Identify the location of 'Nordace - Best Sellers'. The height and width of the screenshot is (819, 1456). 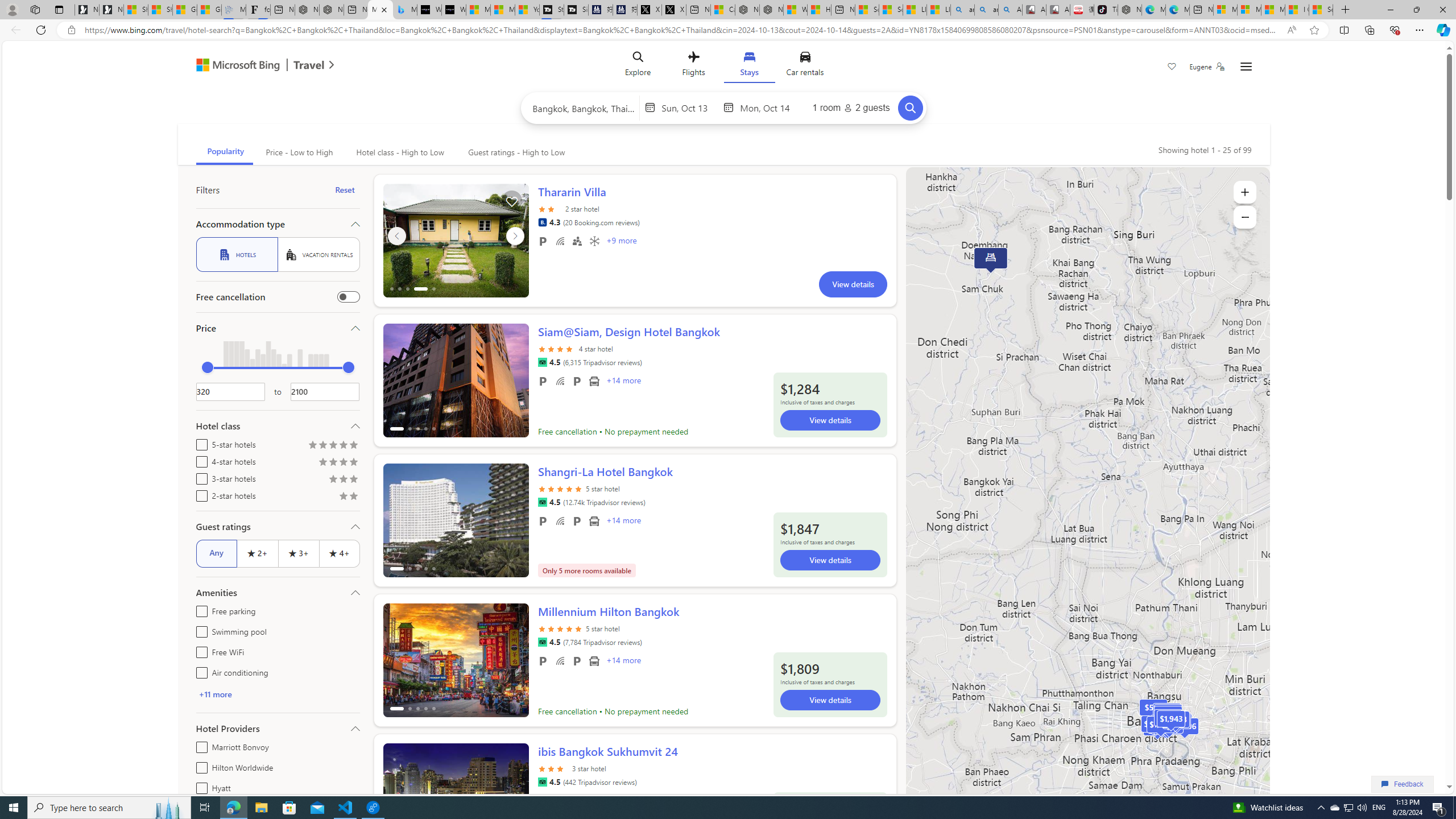
(1129, 9).